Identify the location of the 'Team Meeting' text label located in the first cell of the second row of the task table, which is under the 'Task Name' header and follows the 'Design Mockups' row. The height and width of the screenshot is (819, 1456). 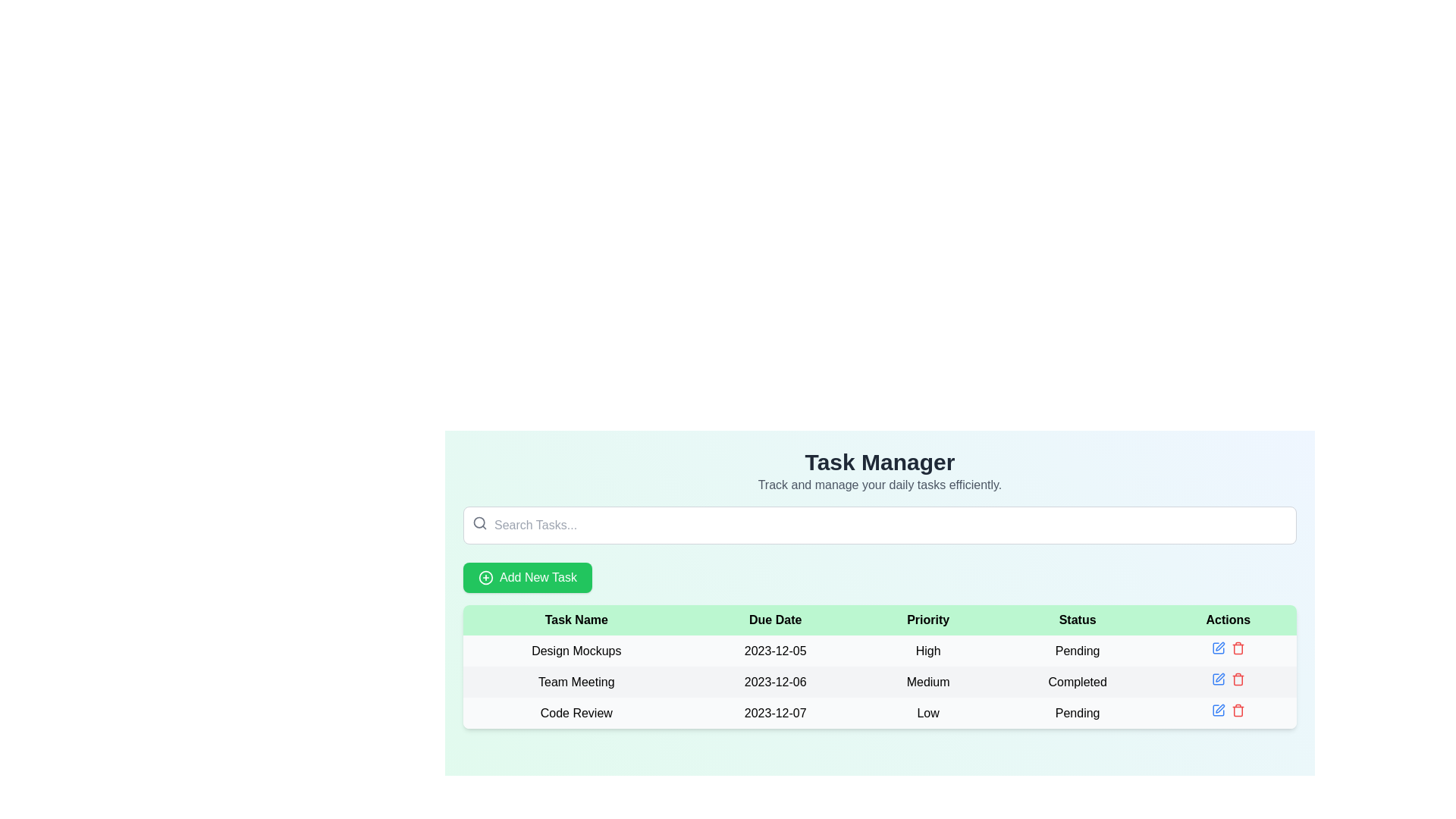
(576, 681).